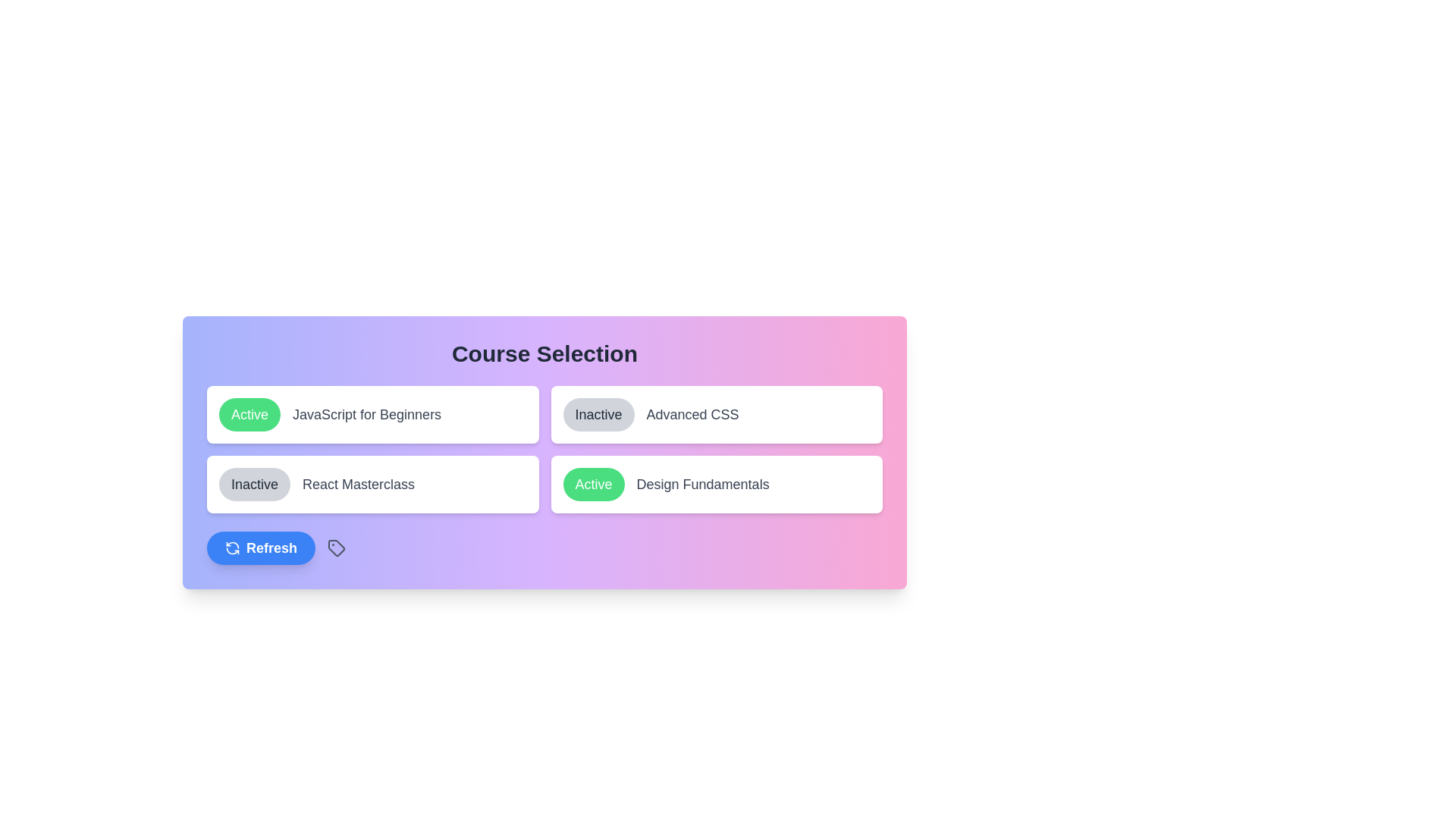  Describe the element at coordinates (716, 485) in the screenshot. I see `the 'Design Fundamentals' clickable course card, which is` at that location.